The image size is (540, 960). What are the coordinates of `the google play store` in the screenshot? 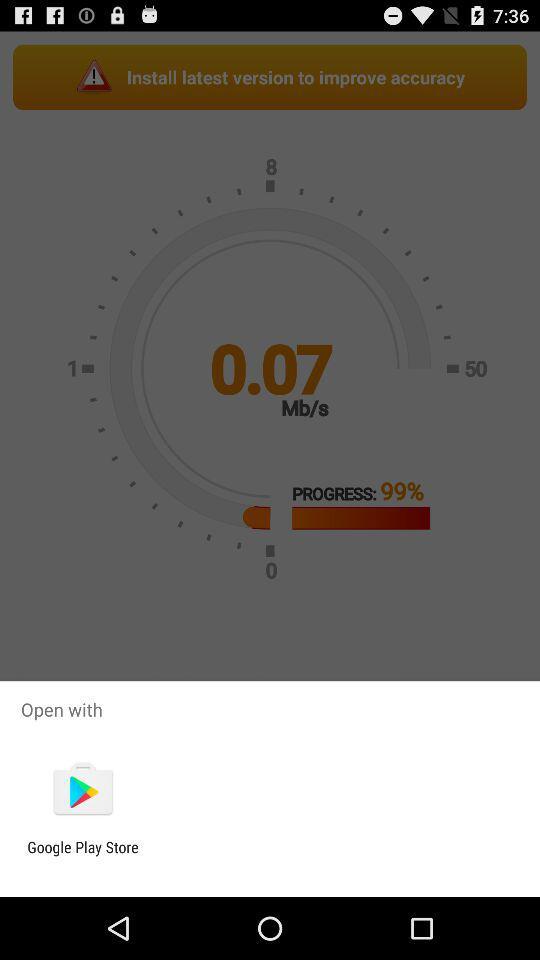 It's located at (82, 855).